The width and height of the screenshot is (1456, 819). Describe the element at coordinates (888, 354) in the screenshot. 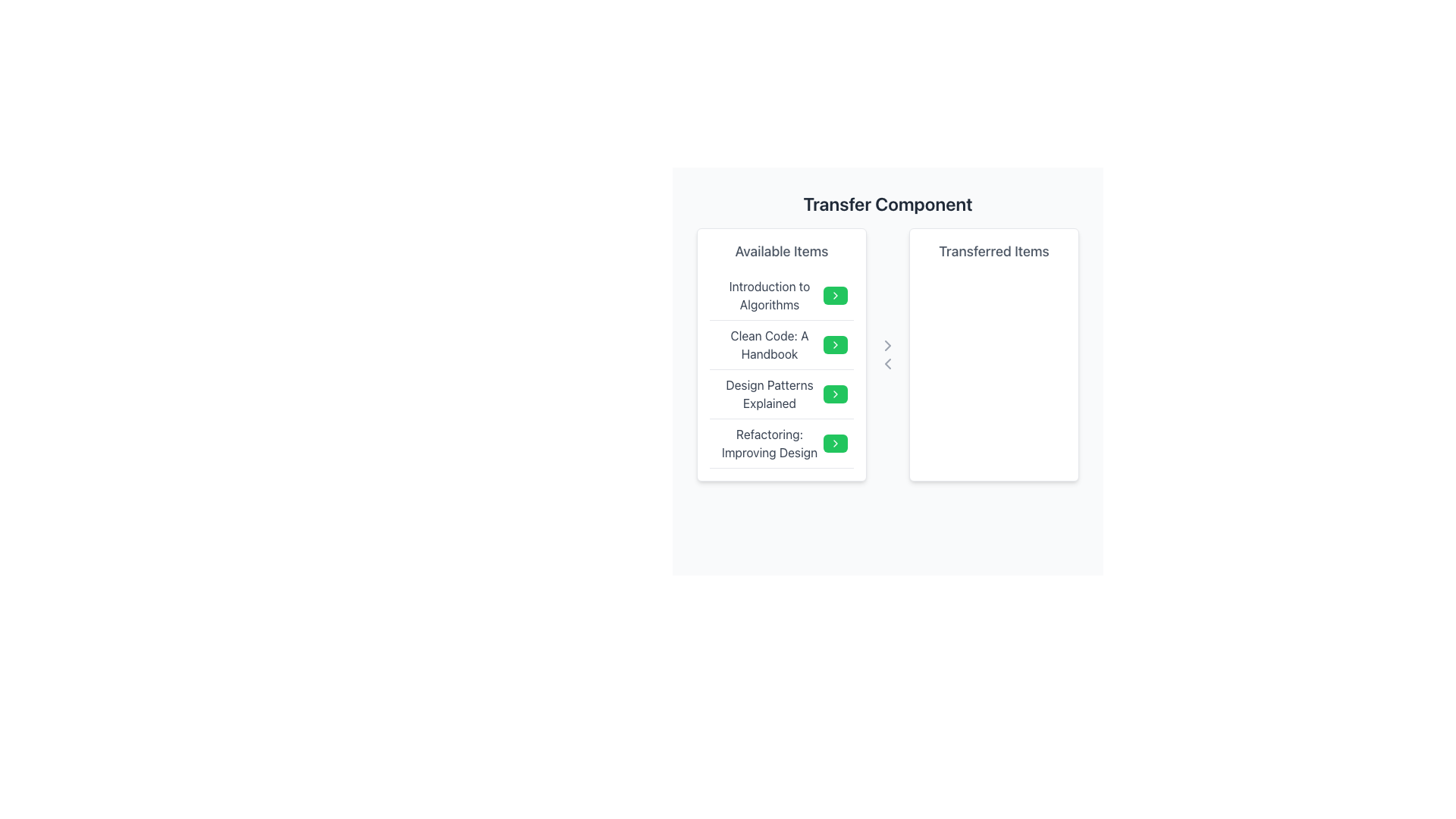

I see `the bottom arrow in the button cluster to transfer an item from the 'Transferred Items' section to the 'Available Items' section` at that location.